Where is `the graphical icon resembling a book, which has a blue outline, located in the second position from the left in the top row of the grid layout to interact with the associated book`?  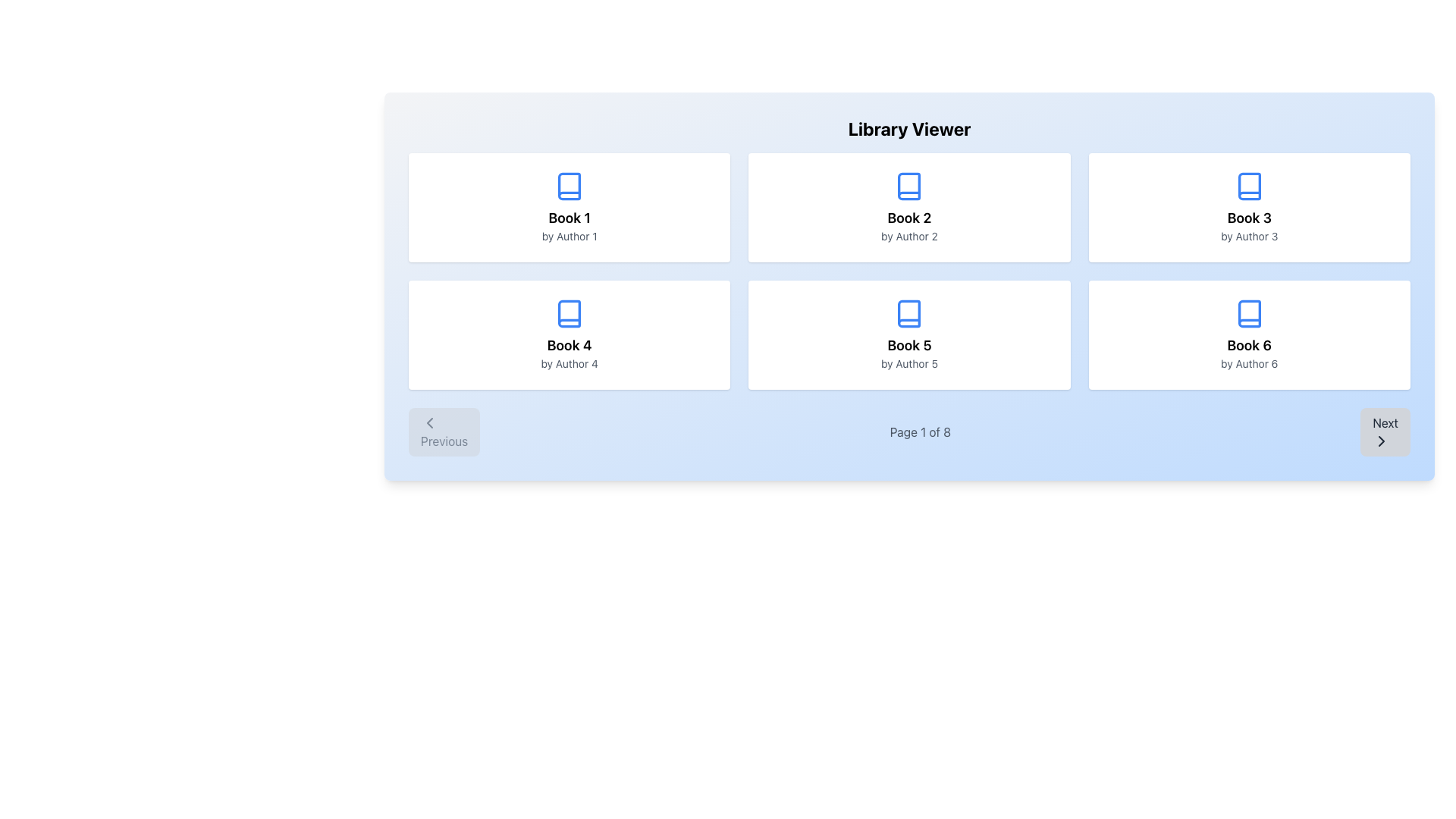 the graphical icon resembling a book, which has a blue outline, located in the second position from the left in the top row of the grid layout to interact with the associated book is located at coordinates (909, 186).